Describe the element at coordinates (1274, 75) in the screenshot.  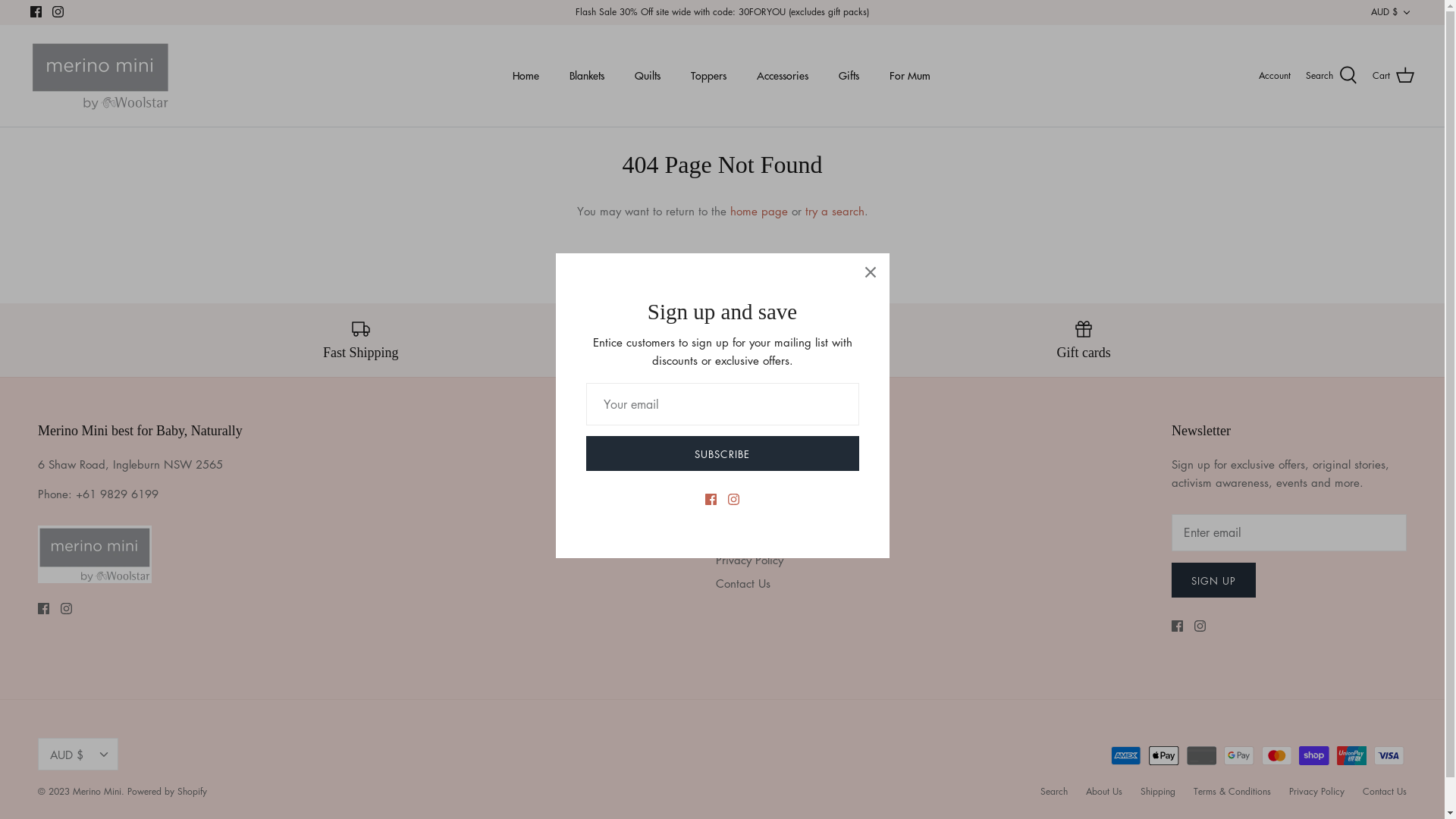
I see `'Account'` at that location.